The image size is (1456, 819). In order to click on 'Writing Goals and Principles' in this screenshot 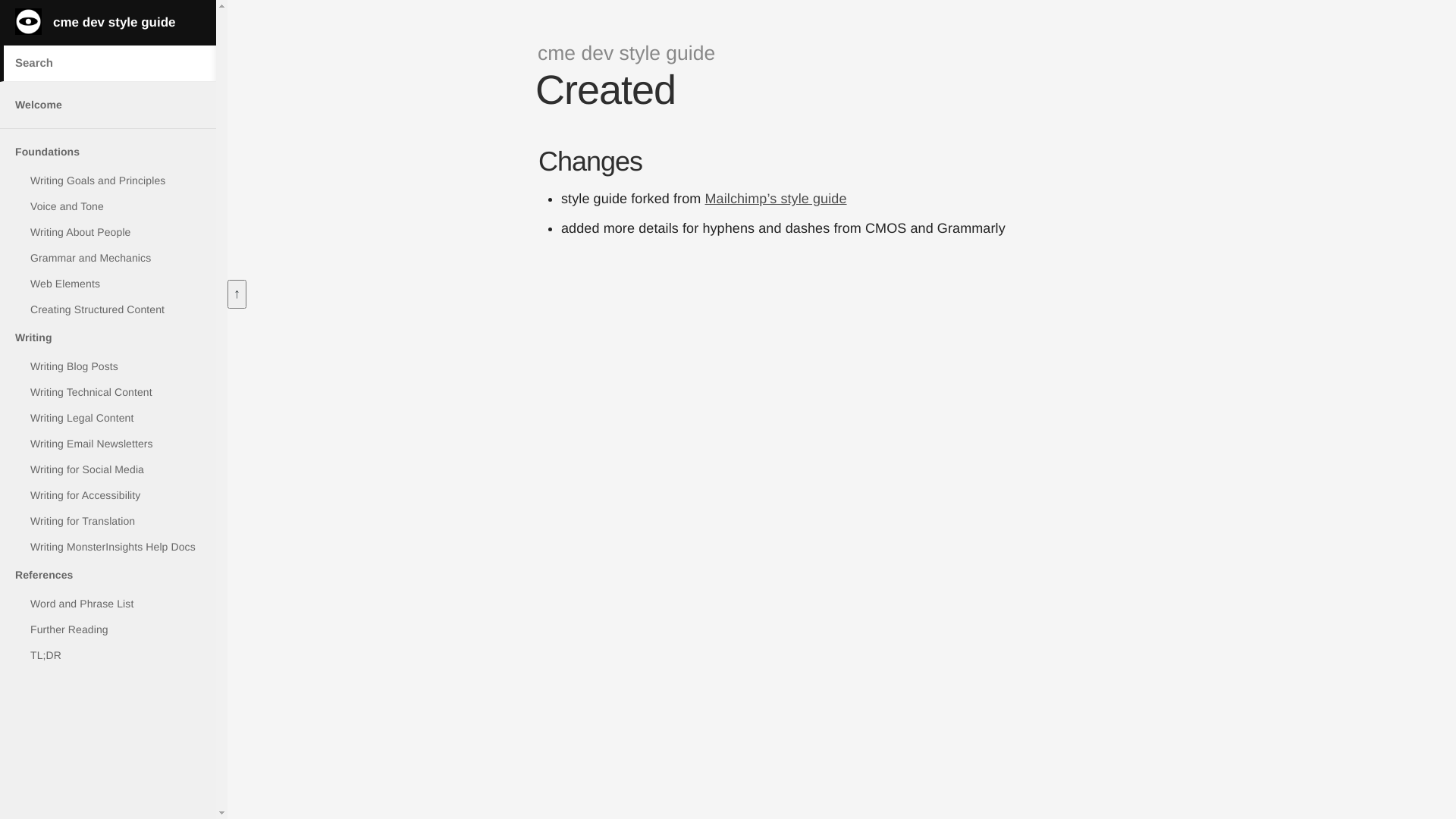, I will do `click(107, 180)`.